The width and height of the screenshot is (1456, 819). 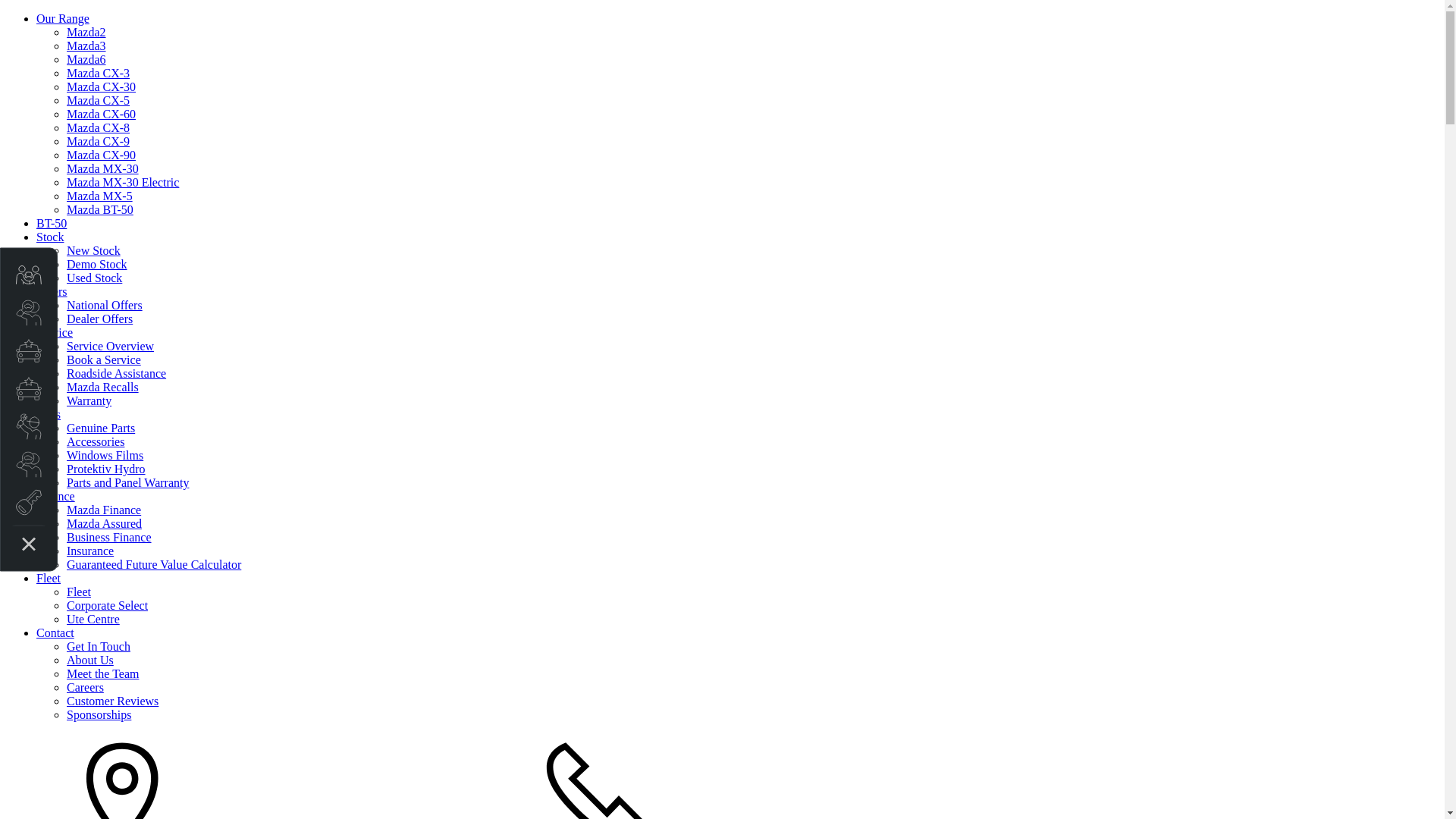 I want to click on 'Roadside Assistance', so click(x=65, y=373).